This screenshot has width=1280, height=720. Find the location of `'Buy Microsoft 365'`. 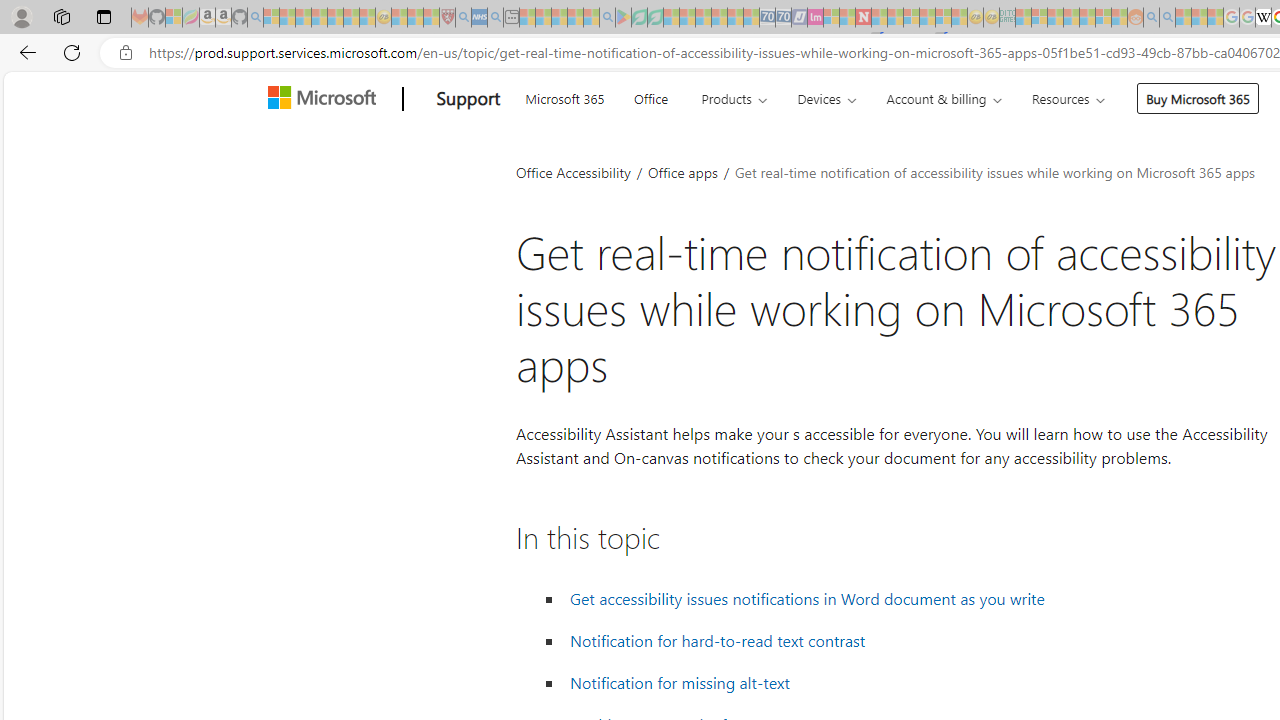

'Buy Microsoft 365' is located at coordinates (1198, 98).